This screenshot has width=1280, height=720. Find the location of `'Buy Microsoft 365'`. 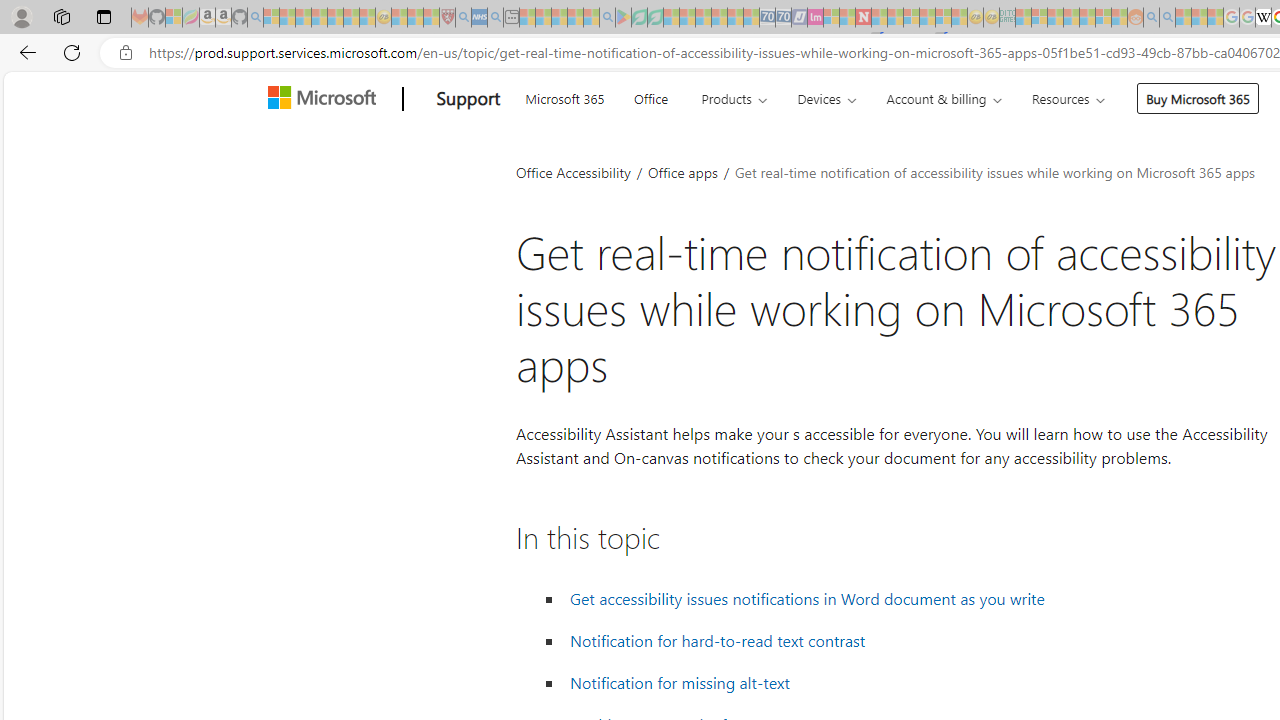

'Buy Microsoft 365' is located at coordinates (1198, 98).